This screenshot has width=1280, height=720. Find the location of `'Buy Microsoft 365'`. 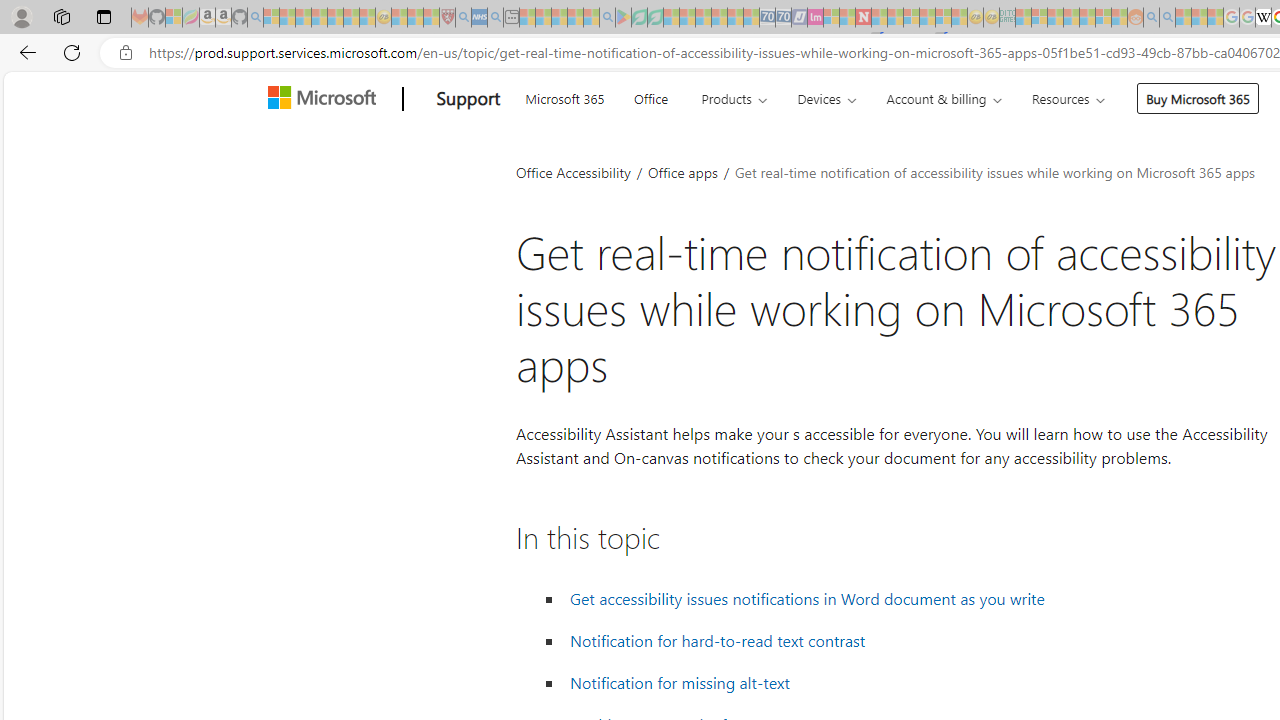

'Buy Microsoft 365' is located at coordinates (1198, 98).